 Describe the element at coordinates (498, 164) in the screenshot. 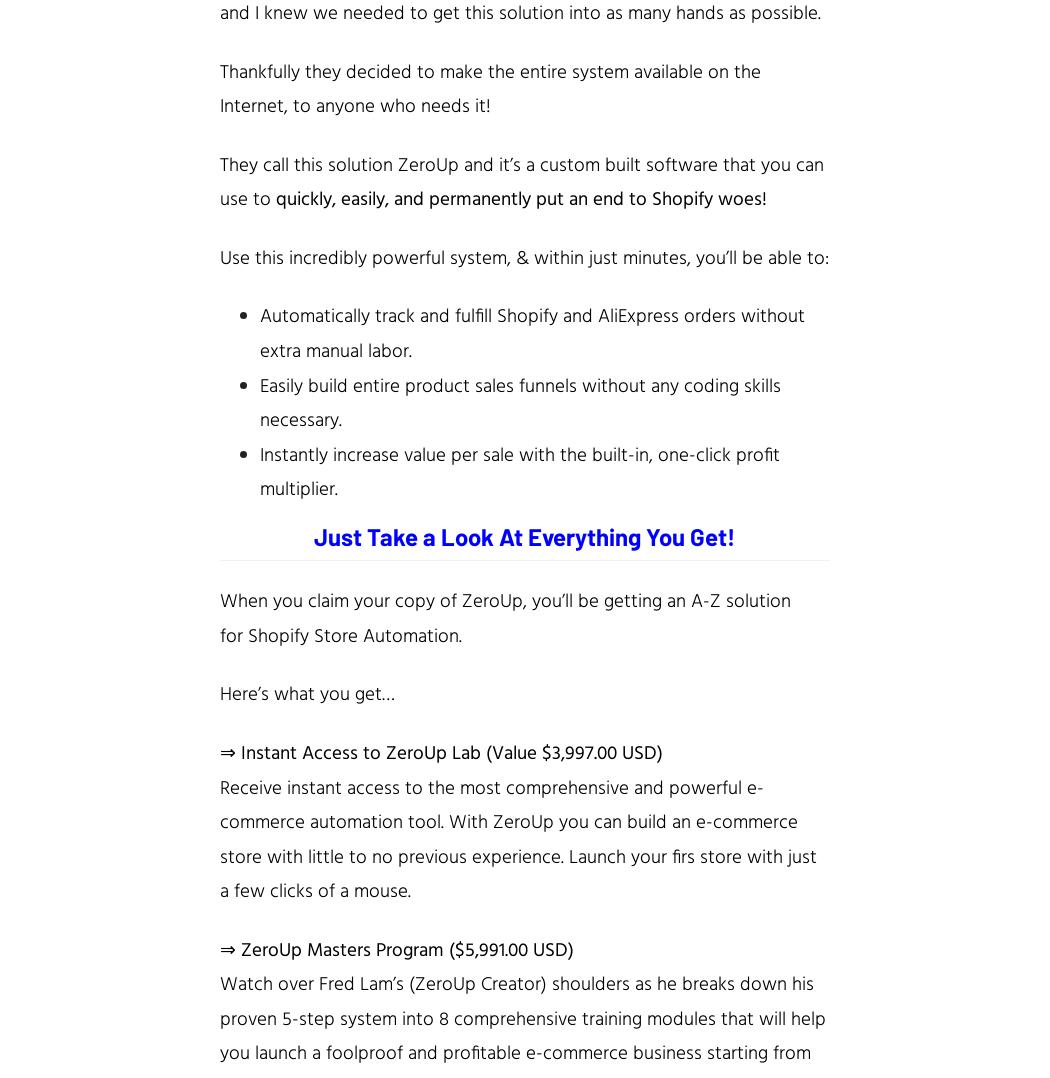

I see `'and it’s a'` at that location.